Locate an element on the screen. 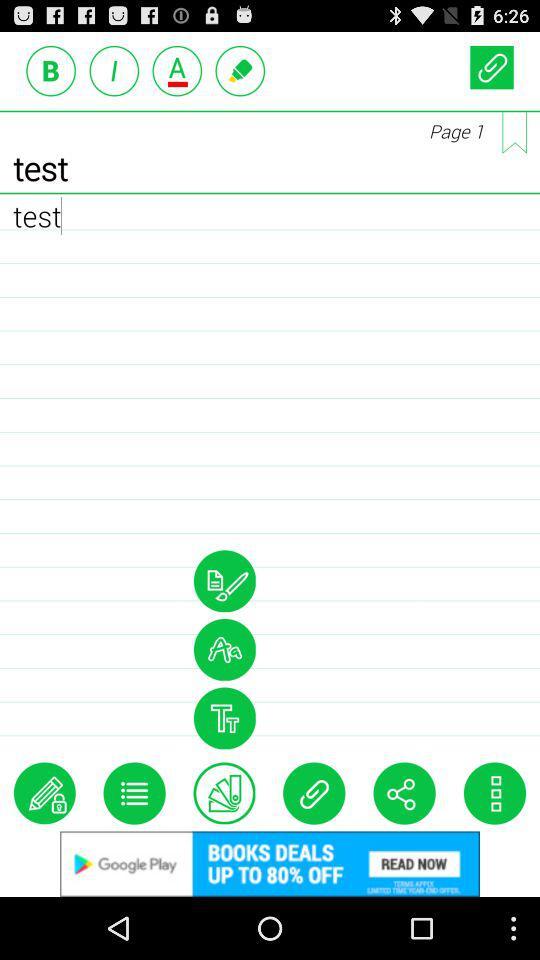 The image size is (540, 960). pin or clip button is located at coordinates (490, 67).